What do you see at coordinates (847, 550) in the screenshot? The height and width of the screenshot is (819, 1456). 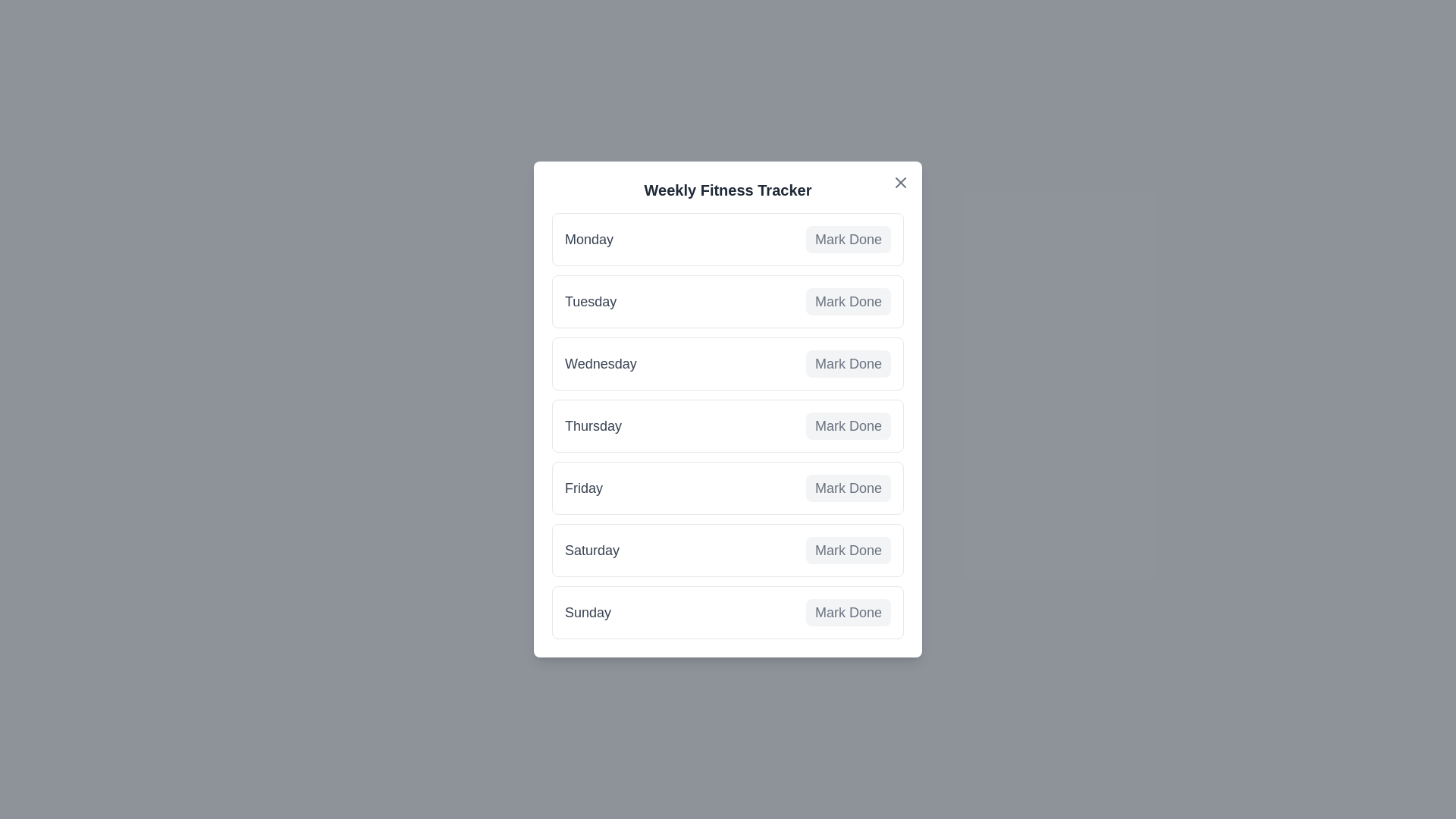 I see `'Mark Done' button for Saturday` at bounding box center [847, 550].